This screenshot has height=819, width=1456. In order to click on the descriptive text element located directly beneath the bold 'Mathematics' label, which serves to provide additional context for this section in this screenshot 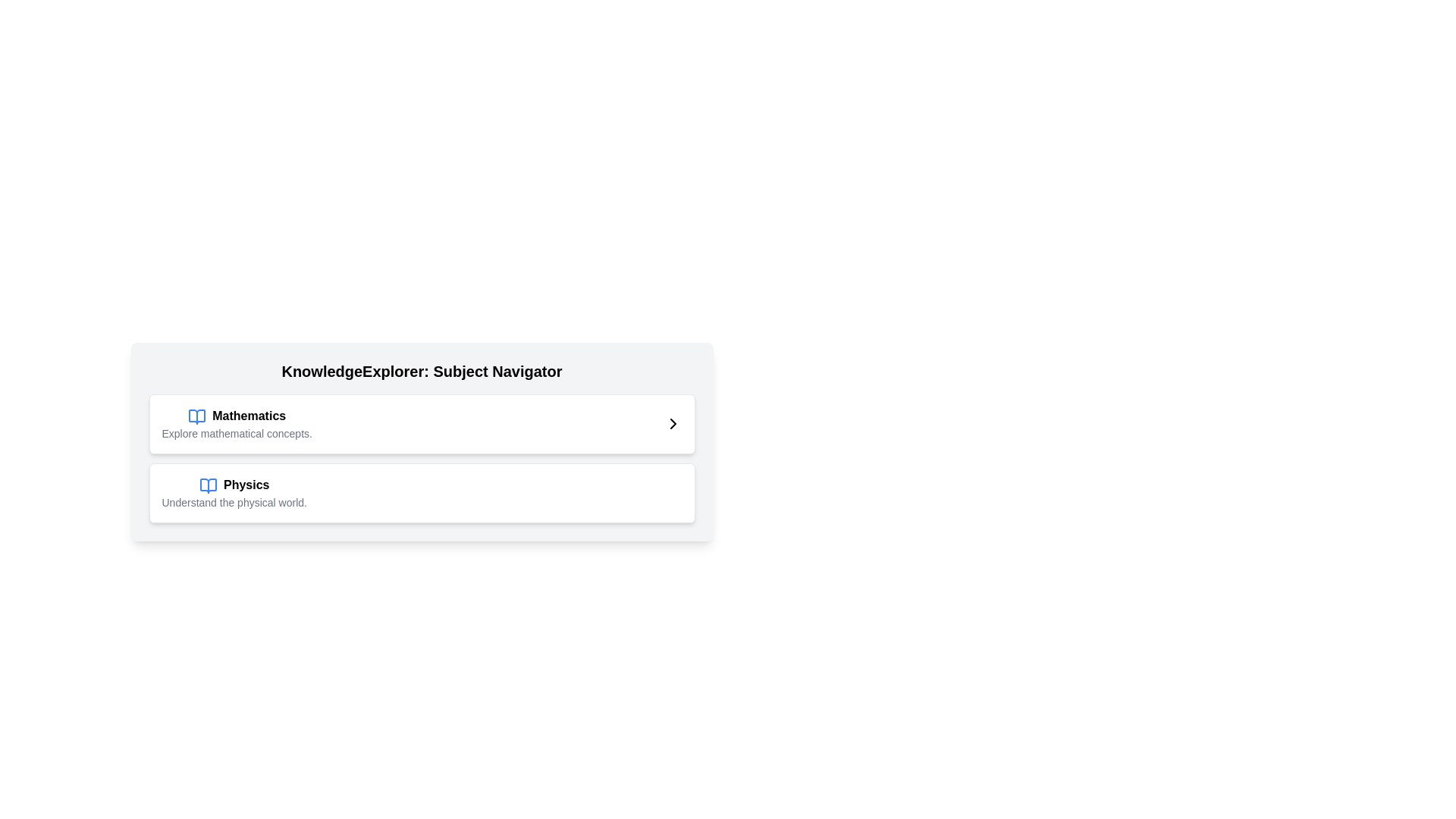, I will do `click(236, 433)`.